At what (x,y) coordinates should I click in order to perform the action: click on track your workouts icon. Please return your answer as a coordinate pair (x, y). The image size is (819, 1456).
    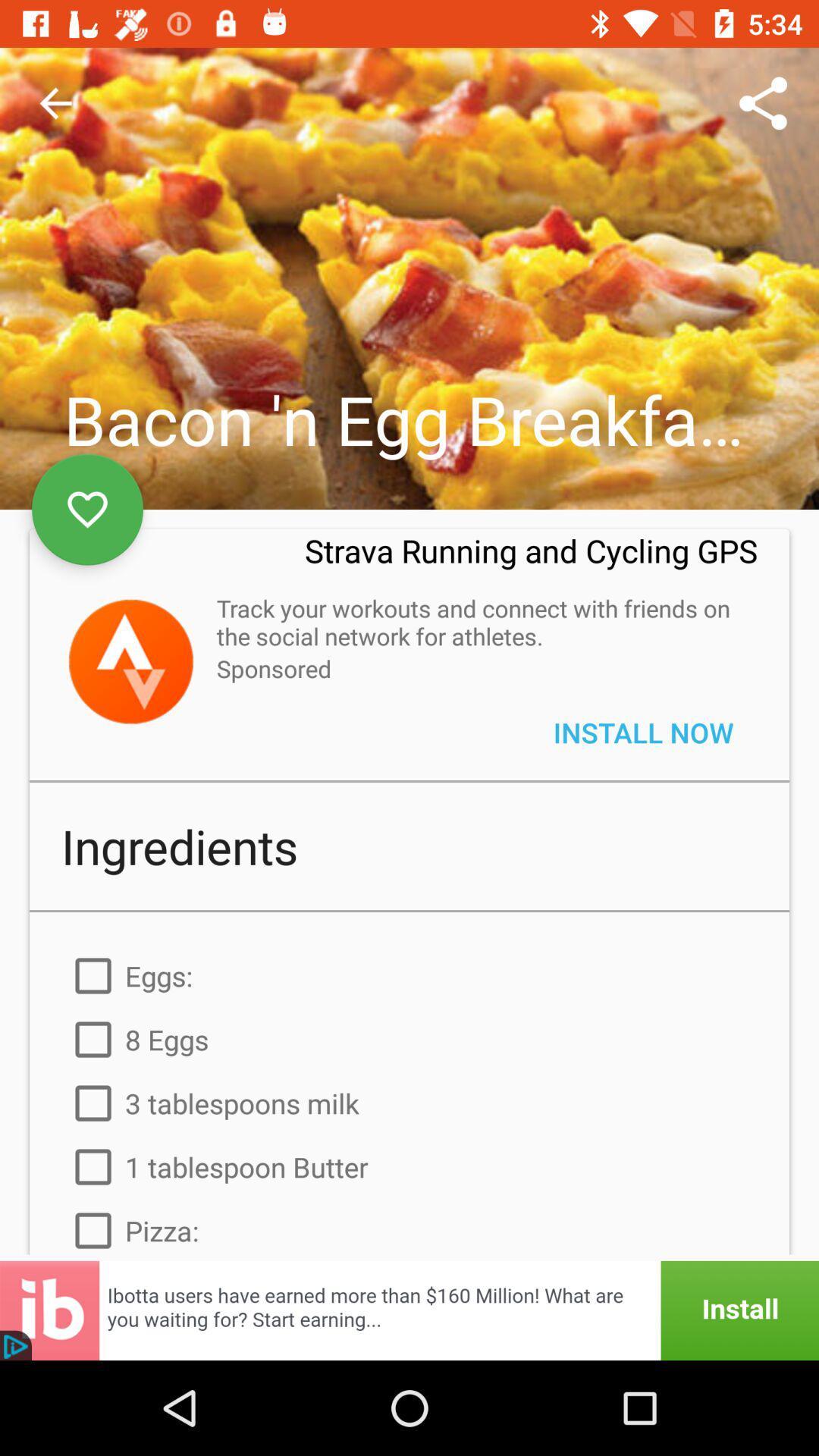
    Looking at the image, I should click on (479, 622).